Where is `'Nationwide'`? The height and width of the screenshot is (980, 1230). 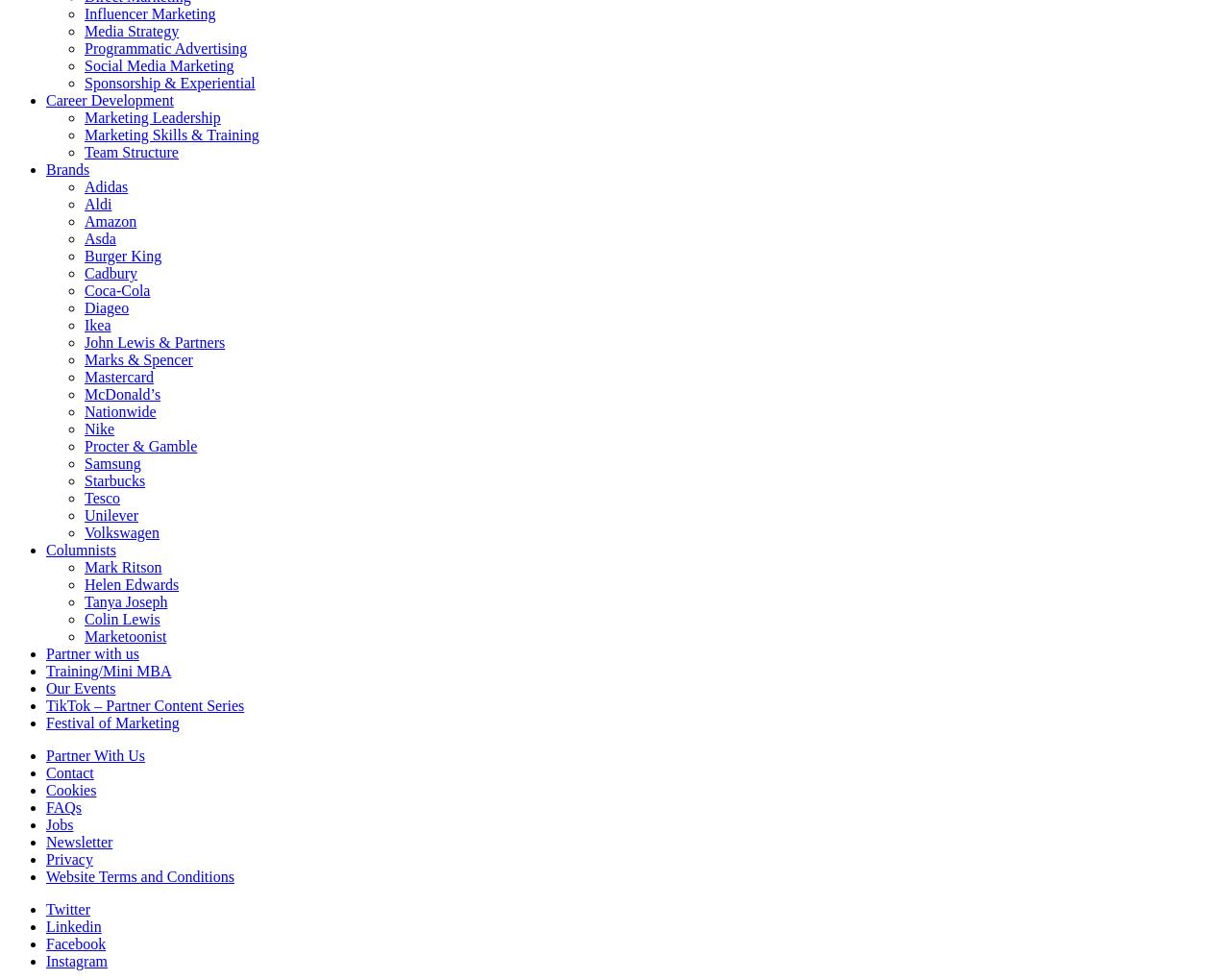 'Nationwide' is located at coordinates (119, 410).